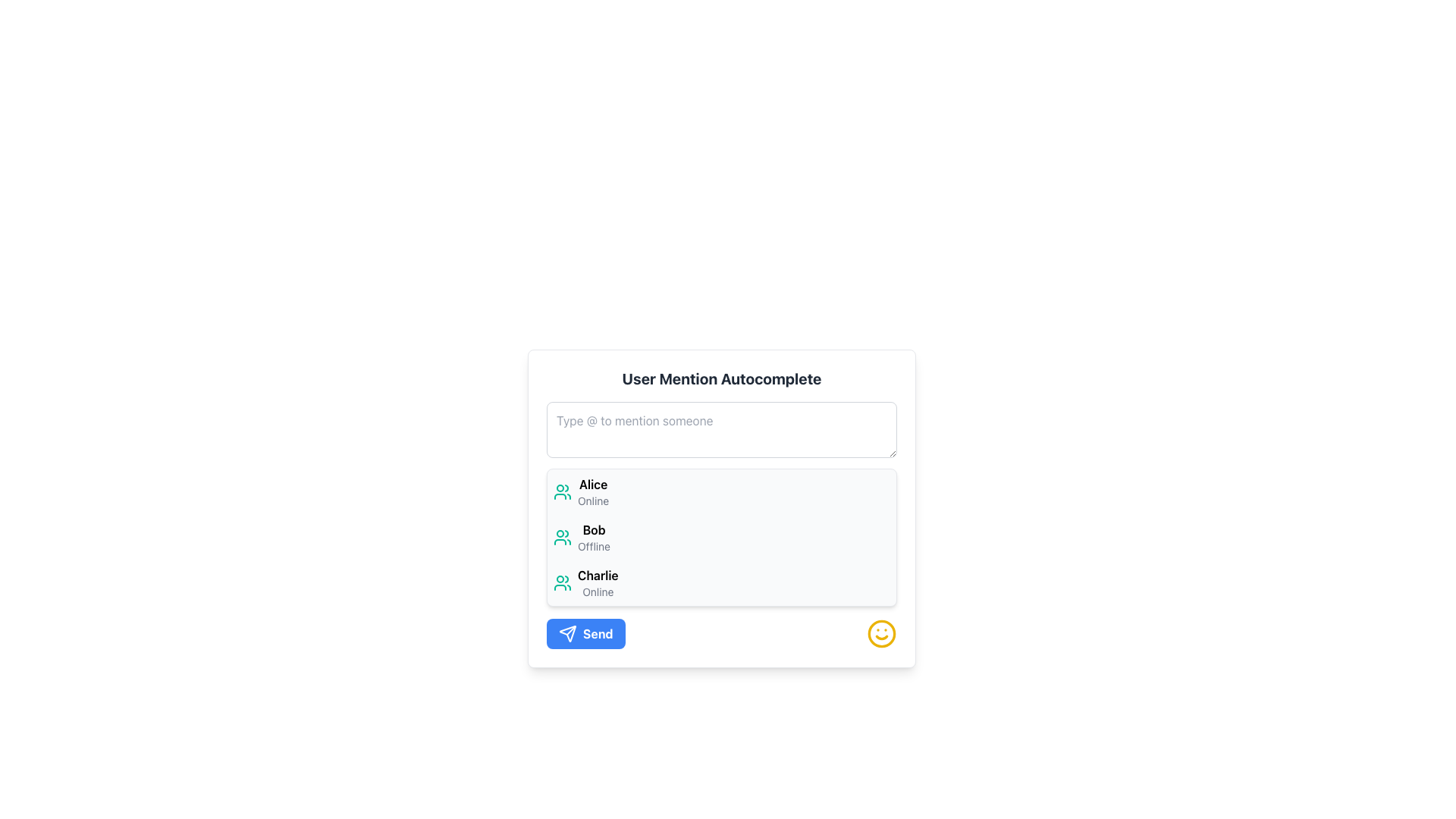 This screenshot has width=1456, height=819. What do you see at coordinates (592, 491) in the screenshot?
I see `the user profile entry labeled 'Alice' in the mention suggestion list` at bounding box center [592, 491].